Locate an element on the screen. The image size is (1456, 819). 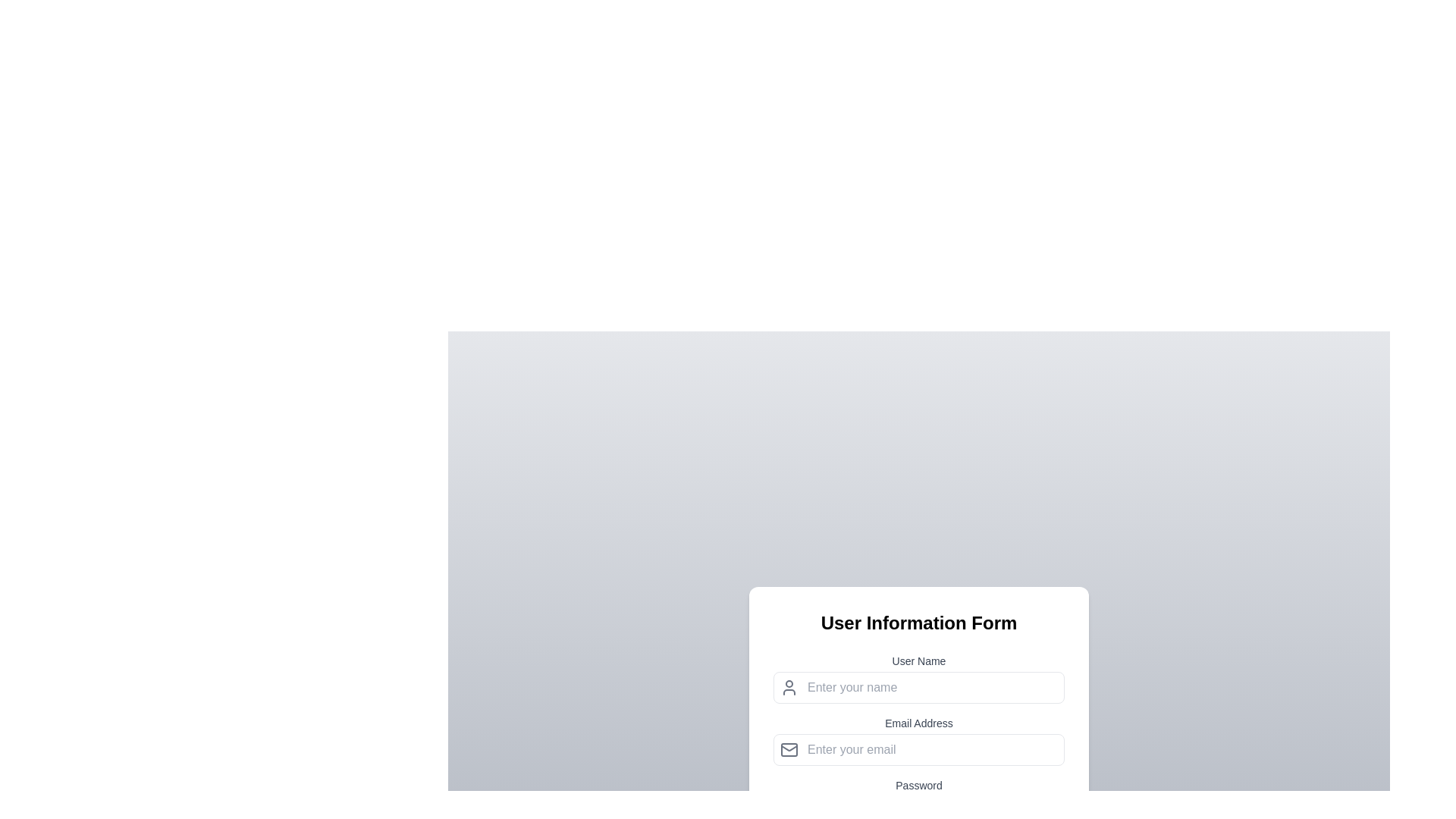
the mail envelope icon with a gray outline, positioned to the left of the 'Enter your email' input field in the 'Email Address' section is located at coordinates (789, 748).